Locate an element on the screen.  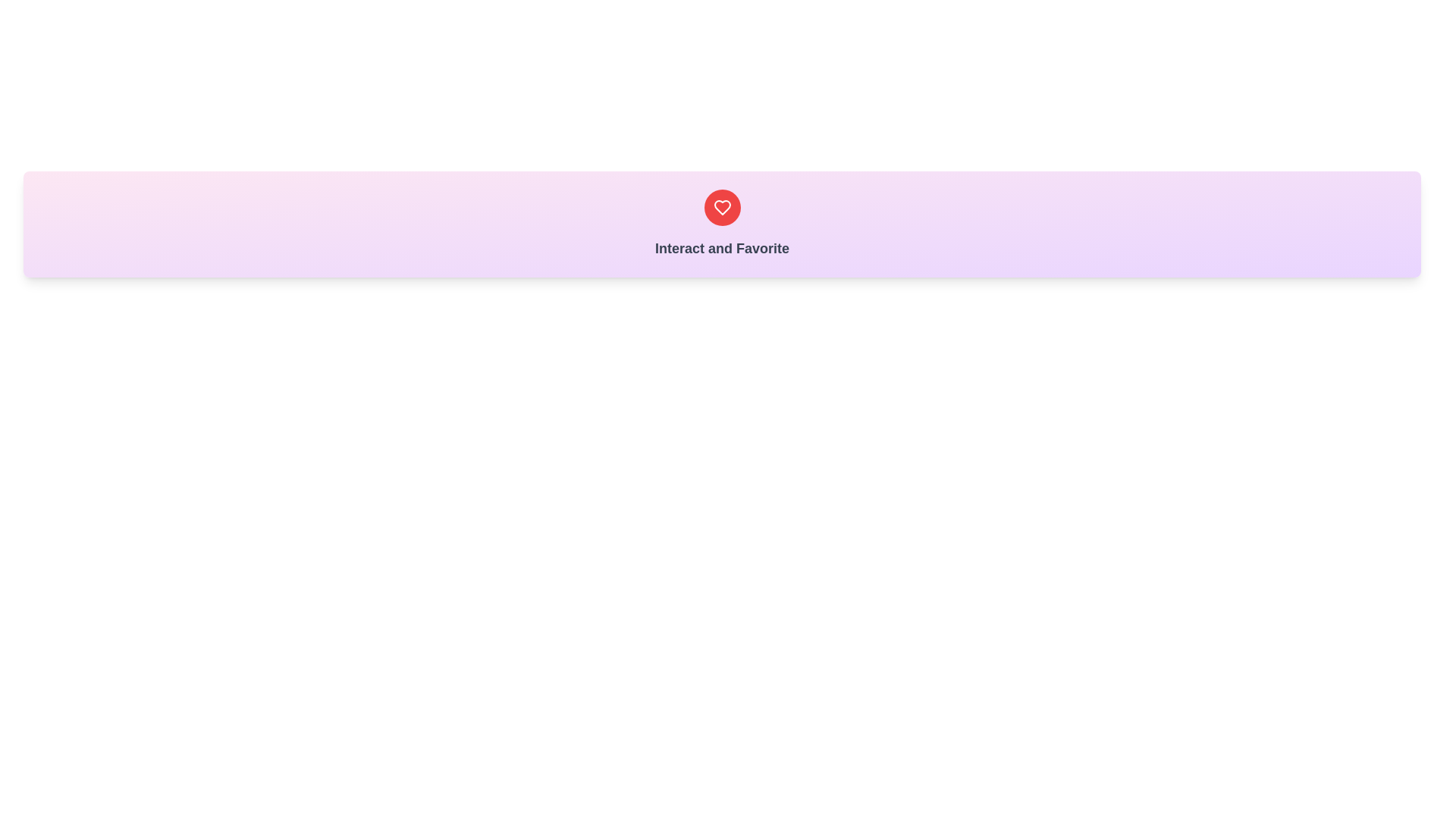
the circular red button with a white heart icon, which is centered above the text label 'Interact and Favorite' is located at coordinates (721, 207).